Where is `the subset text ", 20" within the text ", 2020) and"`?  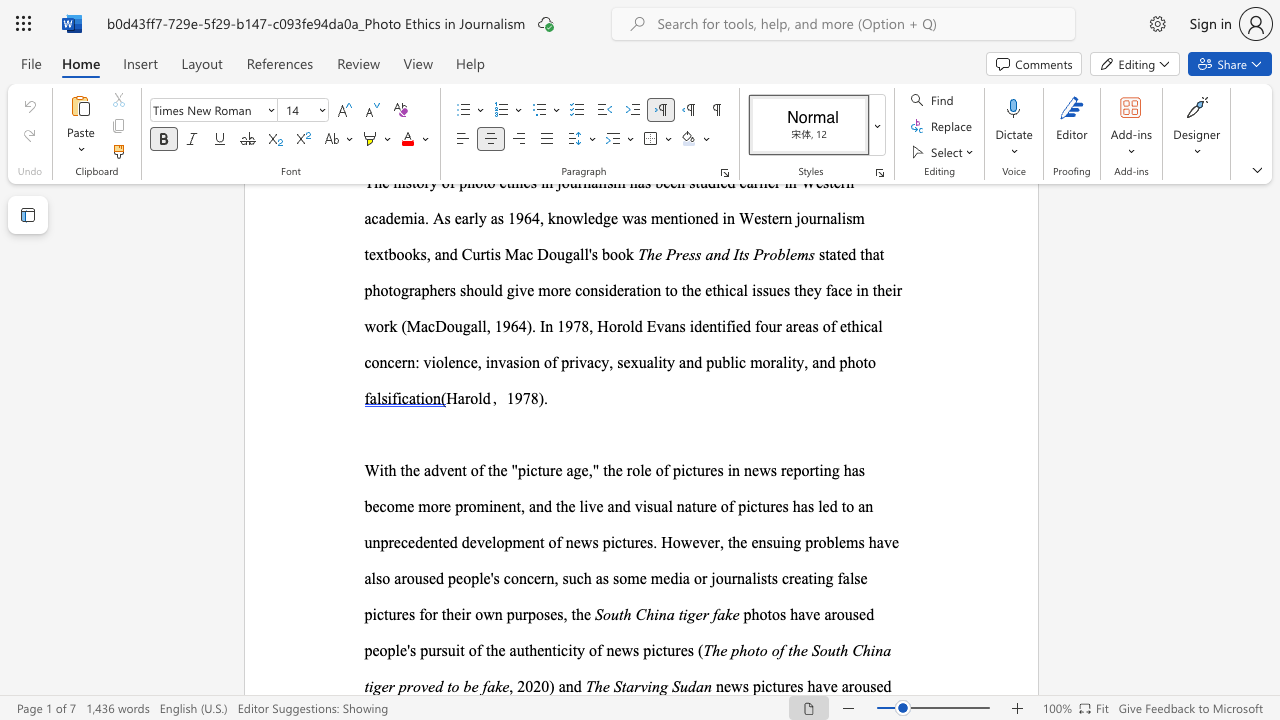
the subset text ", 20" within the text ", 2020) and" is located at coordinates (509, 685).